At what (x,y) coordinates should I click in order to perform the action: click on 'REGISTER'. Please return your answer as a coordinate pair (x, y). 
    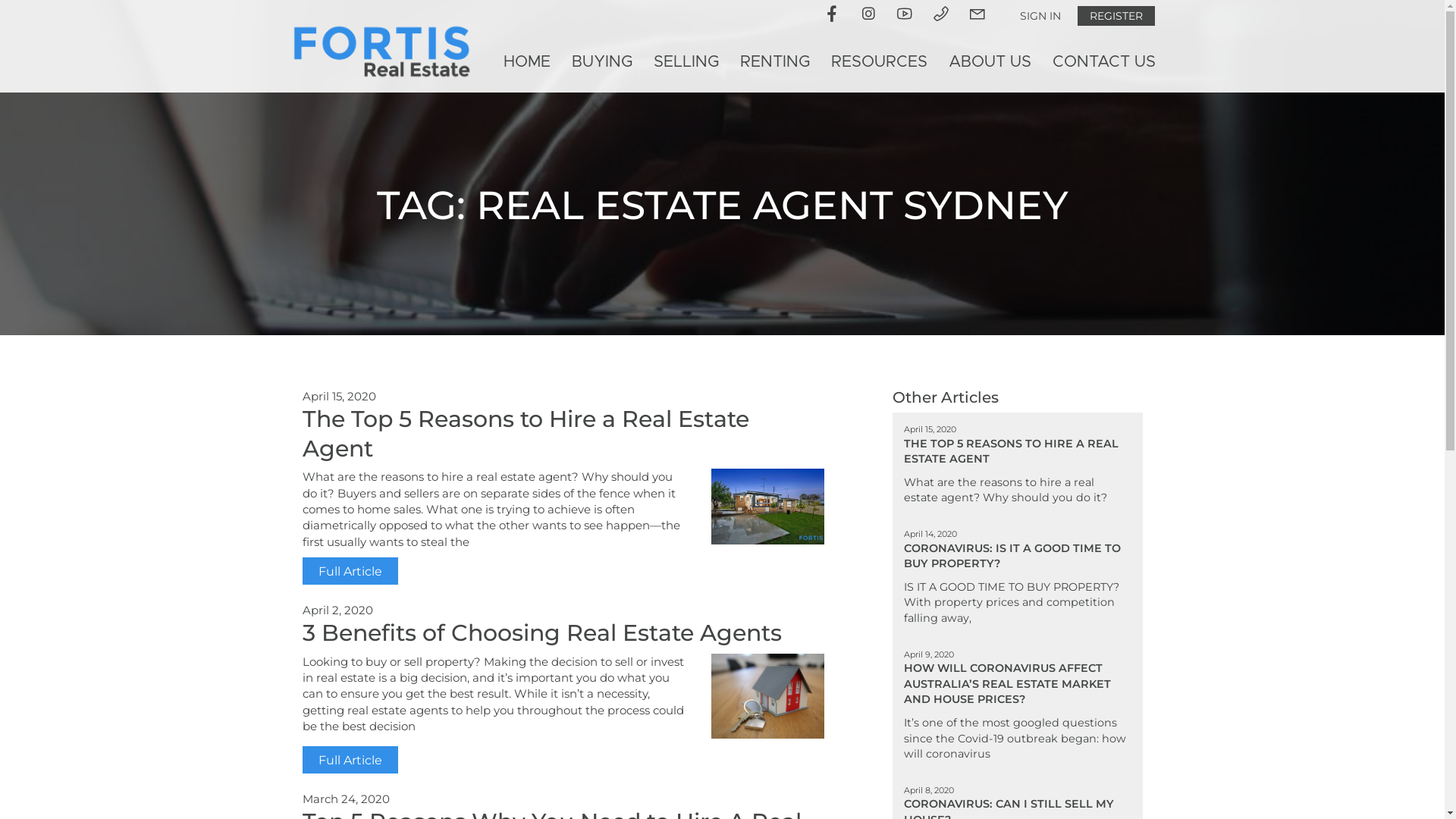
    Looking at the image, I should click on (1115, 15).